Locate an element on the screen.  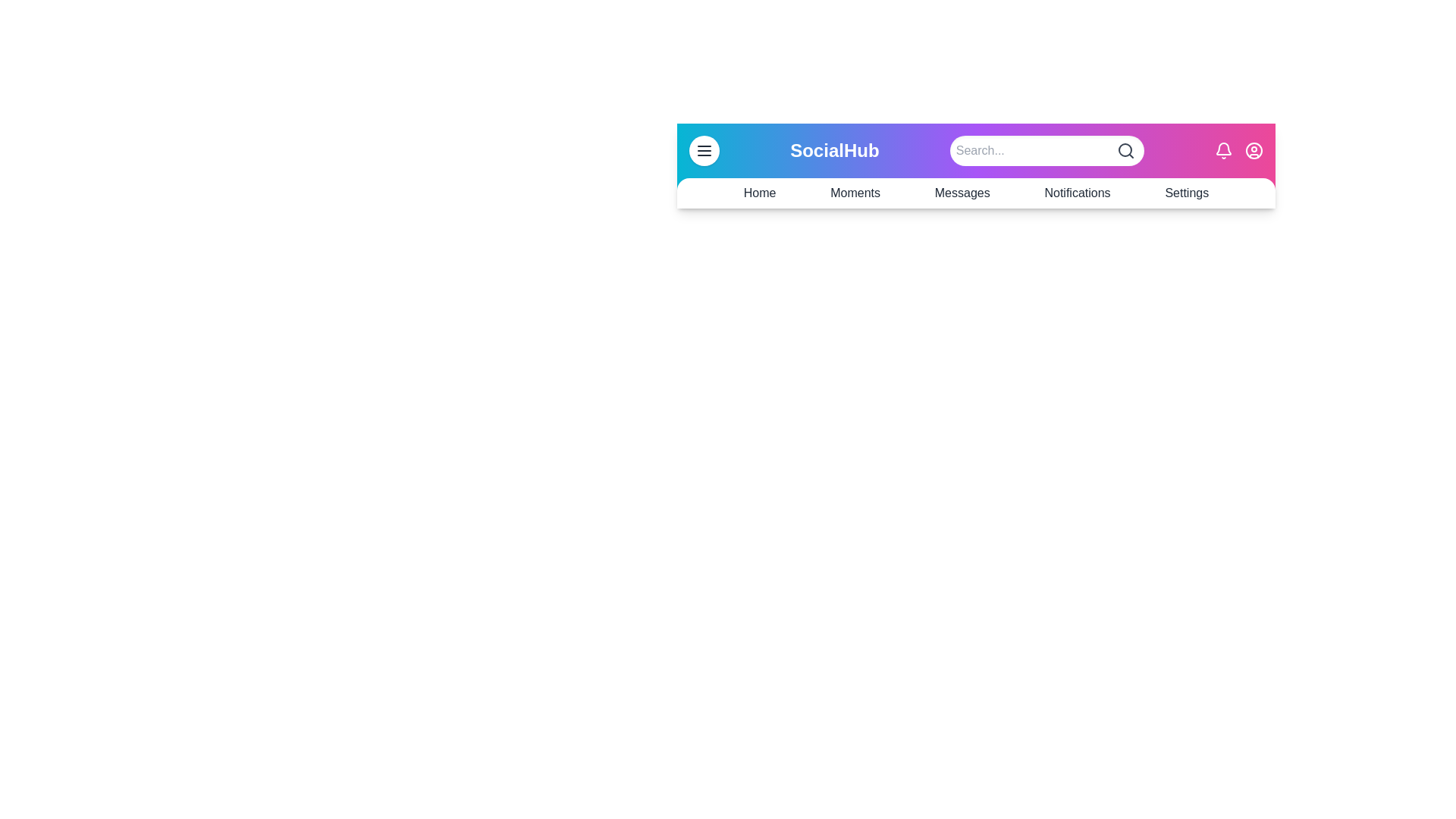
the navigation link labeled Settings is located at coordinates (1185, 192).